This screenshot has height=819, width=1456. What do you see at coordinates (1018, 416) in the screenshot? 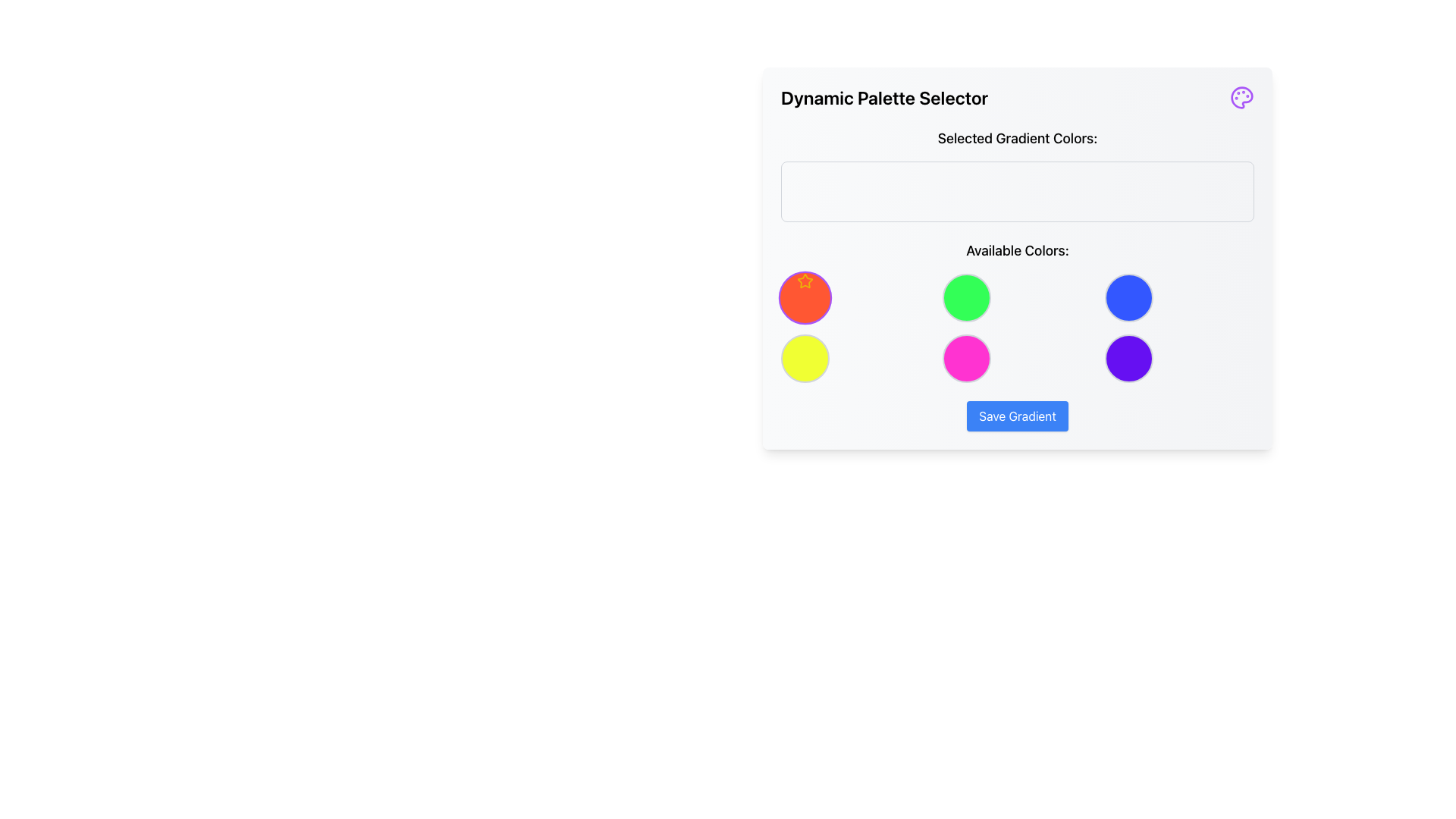
I see `the save button located at the bottom center of the 'Dynamic Palette Selector' panel, directly below the 'Available Colors' section` at bounding box center [1018, 416].